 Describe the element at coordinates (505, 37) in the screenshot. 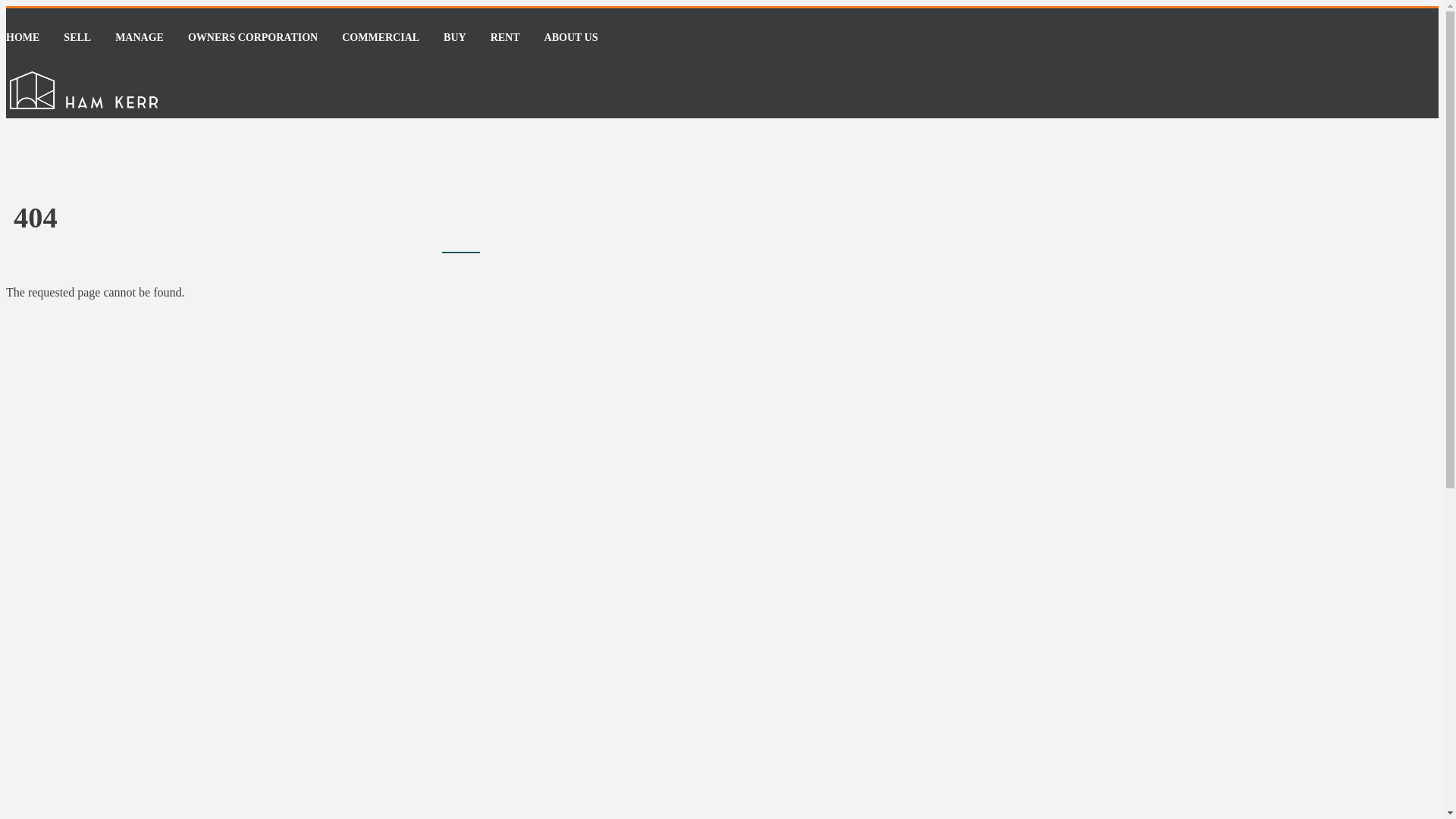

I see `'RENT'` at that location.